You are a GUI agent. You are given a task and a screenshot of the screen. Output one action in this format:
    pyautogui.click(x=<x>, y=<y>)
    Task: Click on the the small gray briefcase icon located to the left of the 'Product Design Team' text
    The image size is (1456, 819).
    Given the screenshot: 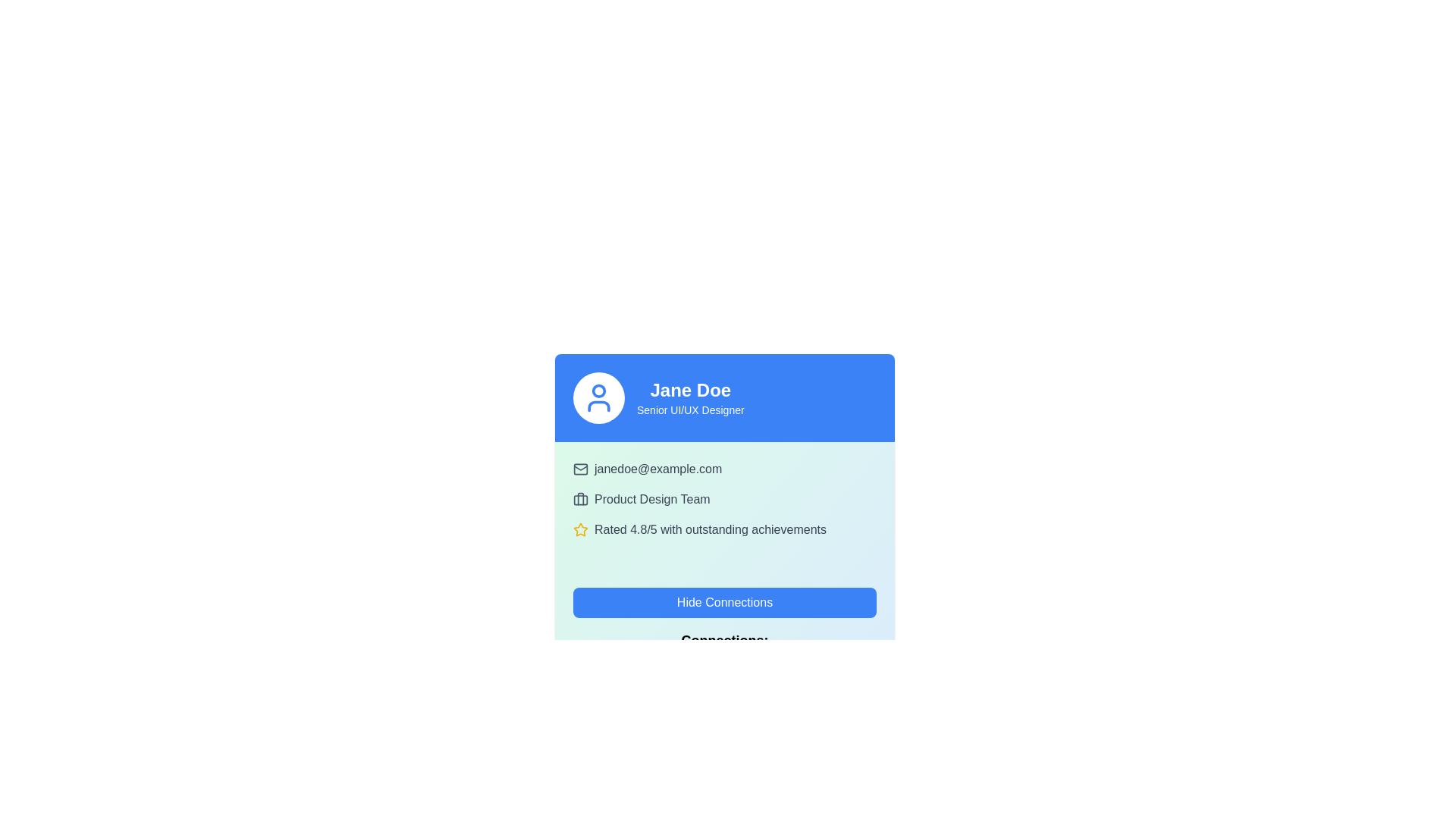 What is the action you would take?
    pyautogui.click(x=580, y=500)
    